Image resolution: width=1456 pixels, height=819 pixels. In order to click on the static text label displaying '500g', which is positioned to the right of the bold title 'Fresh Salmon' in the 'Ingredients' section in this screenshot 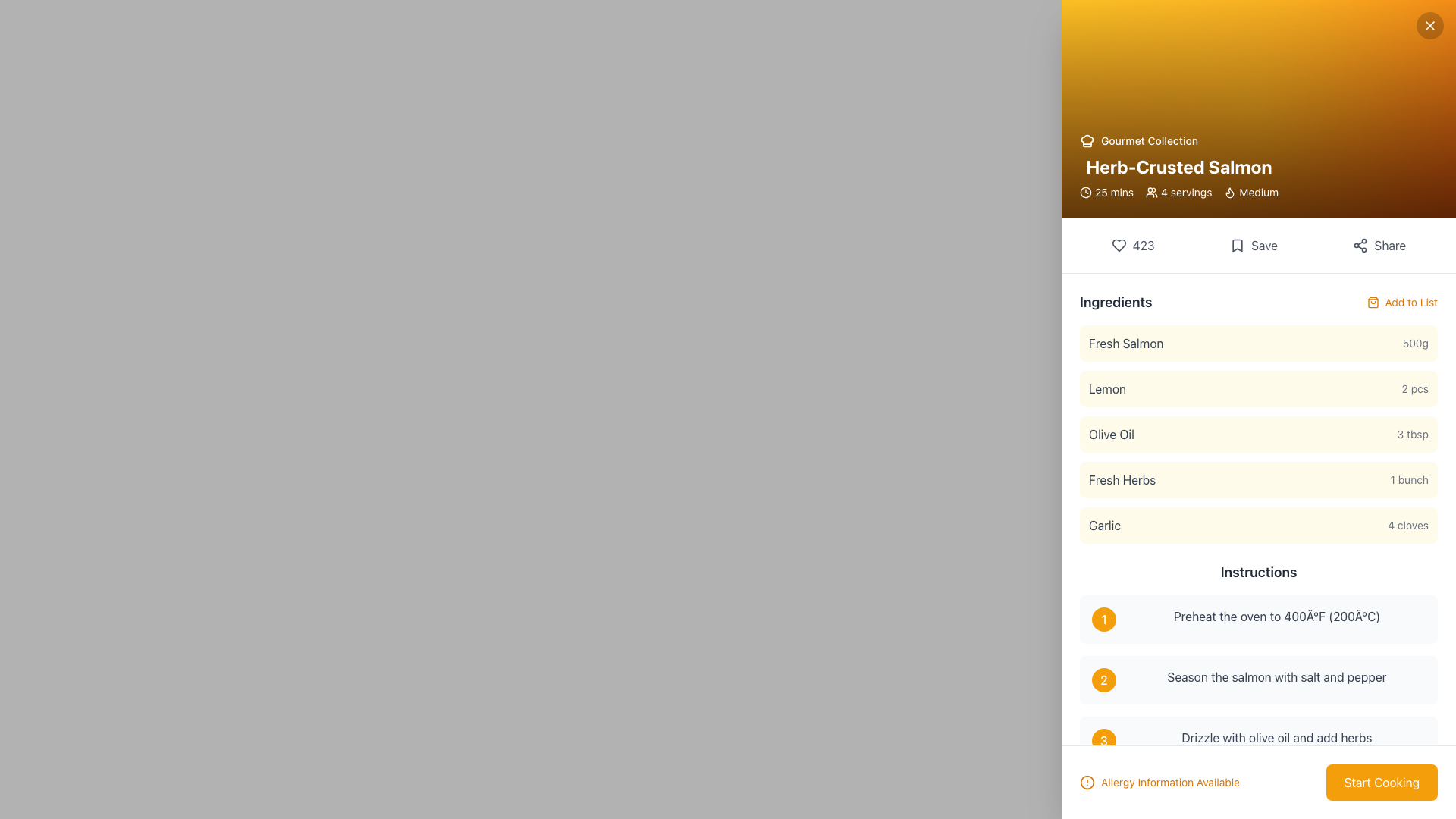, I will do `click(1414, 343)`.